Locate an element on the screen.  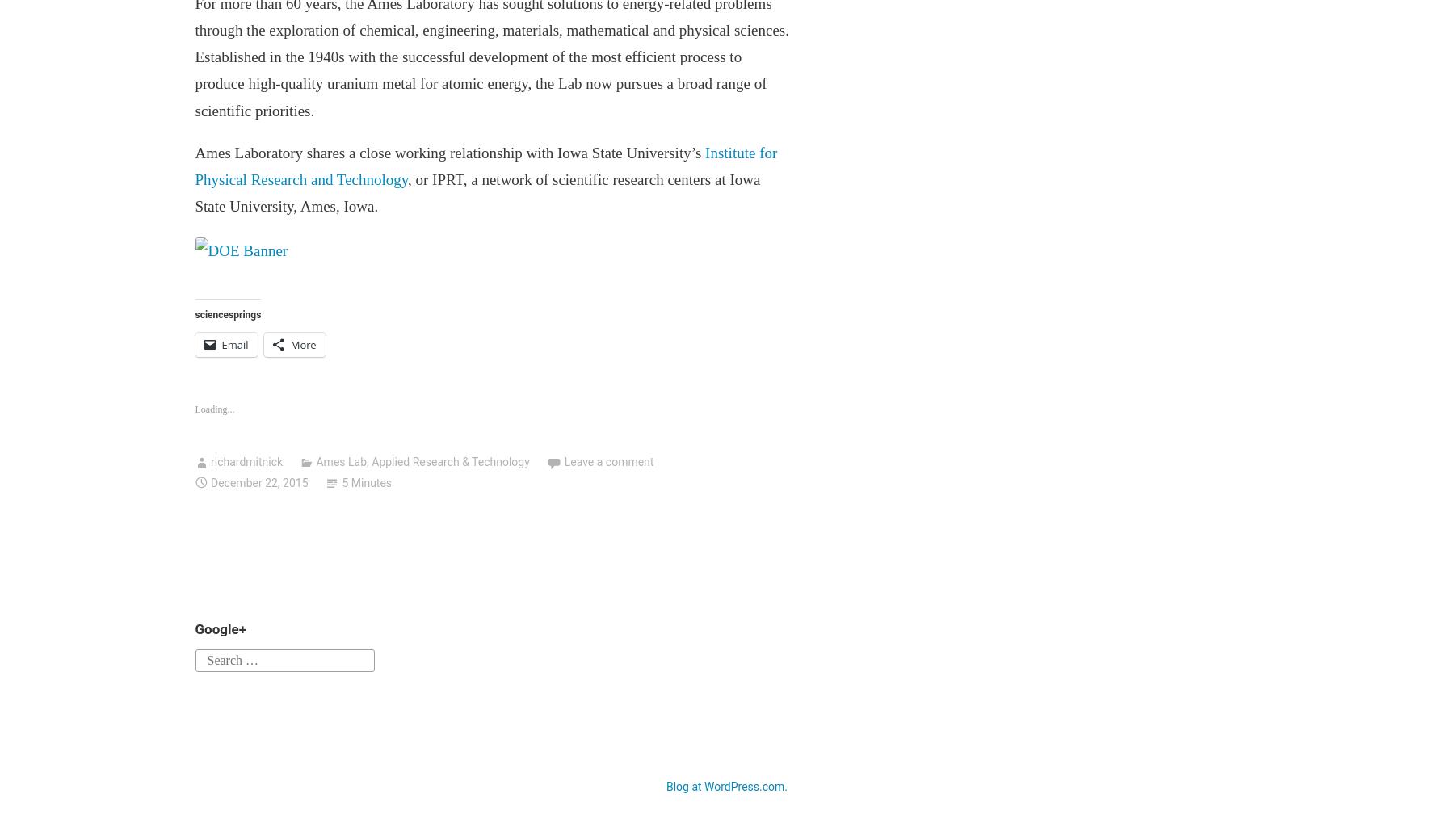
', or IPRT, a network of scientific research centers at Iowa State University, Ames, Iowa.' is located at coordinates (194, 192).